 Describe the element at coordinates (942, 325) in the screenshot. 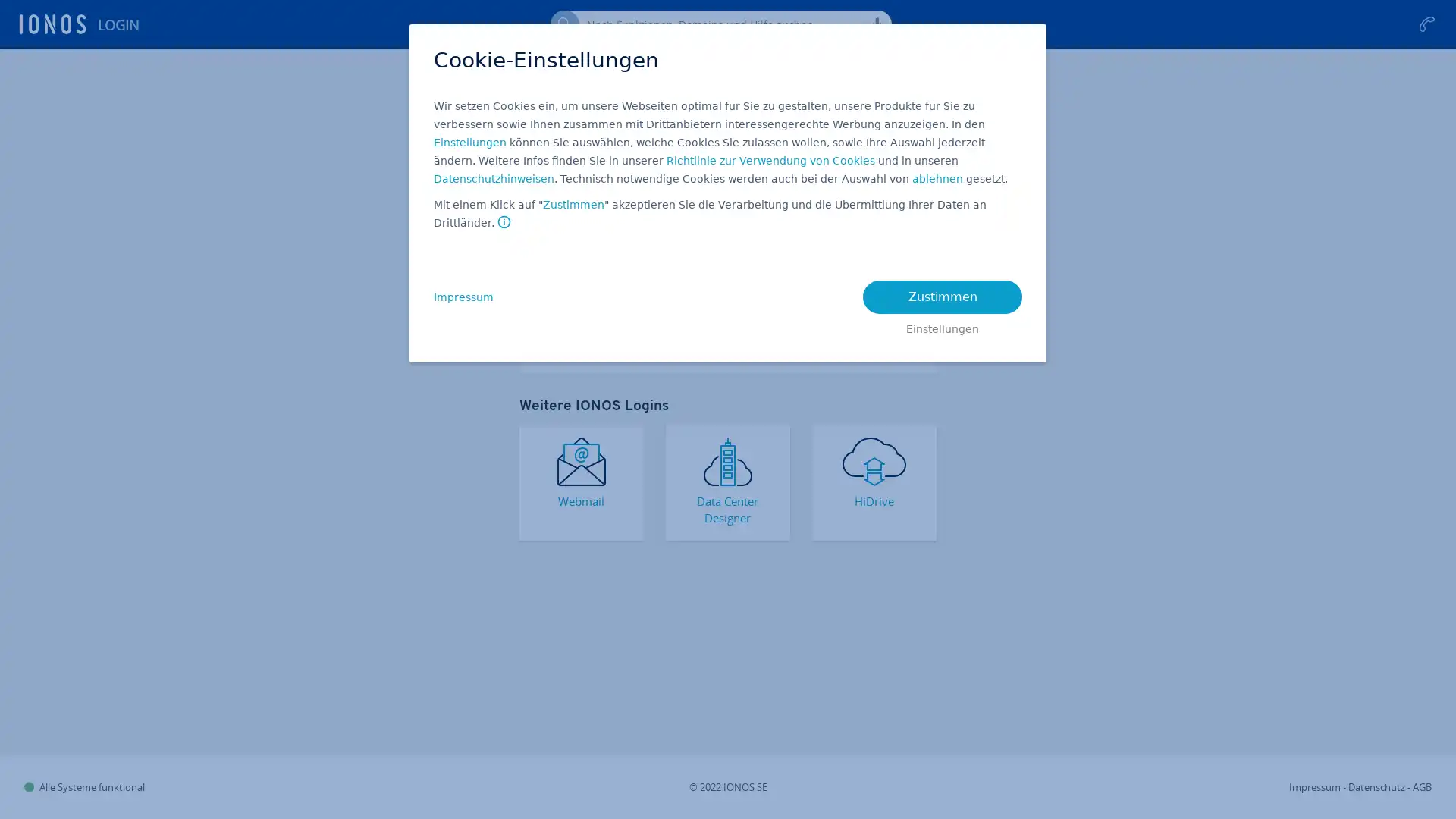

I see `Einstellungen` at that location.